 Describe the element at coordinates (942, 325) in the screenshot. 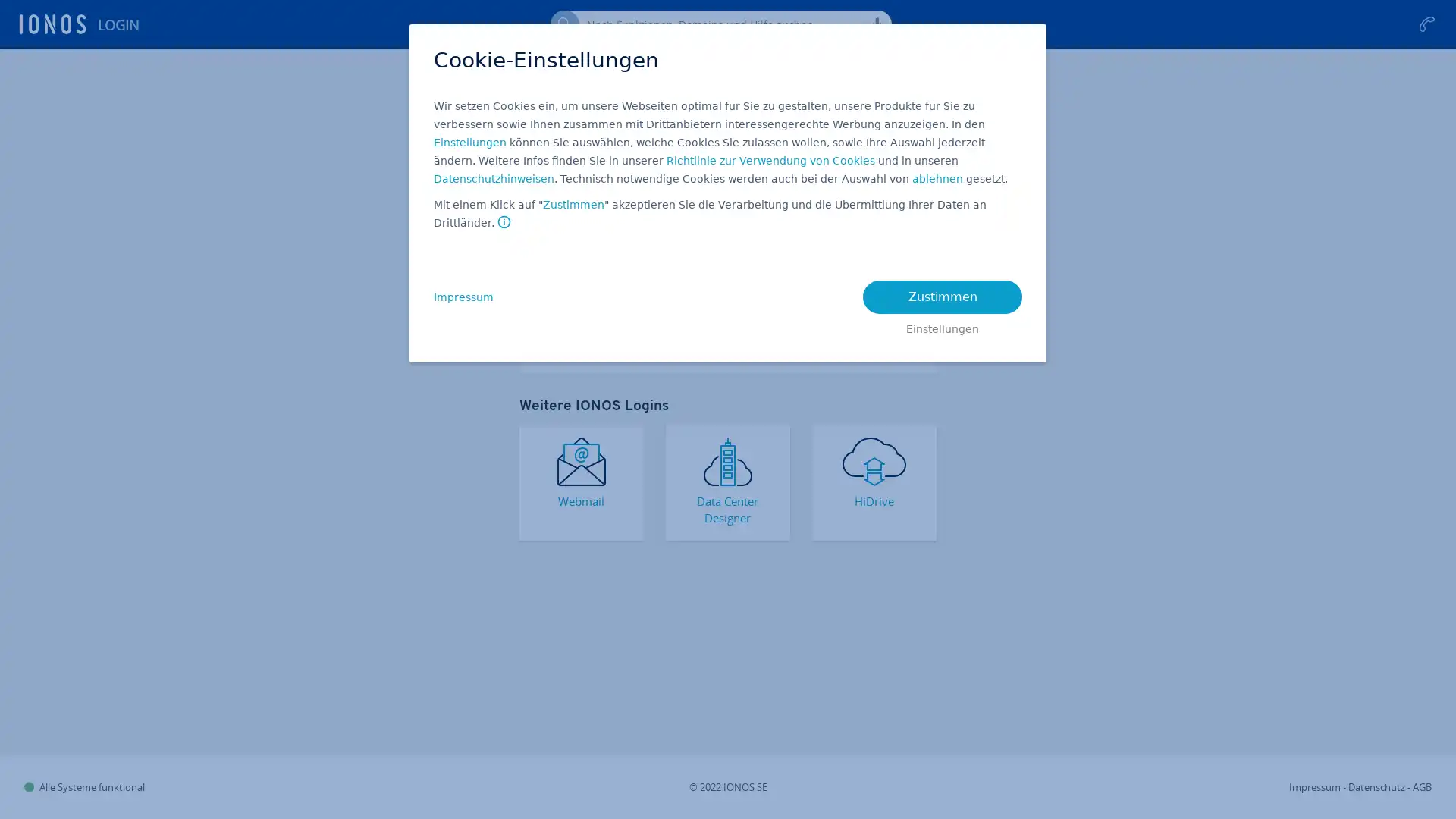

I see `Einstellungen` at that location.